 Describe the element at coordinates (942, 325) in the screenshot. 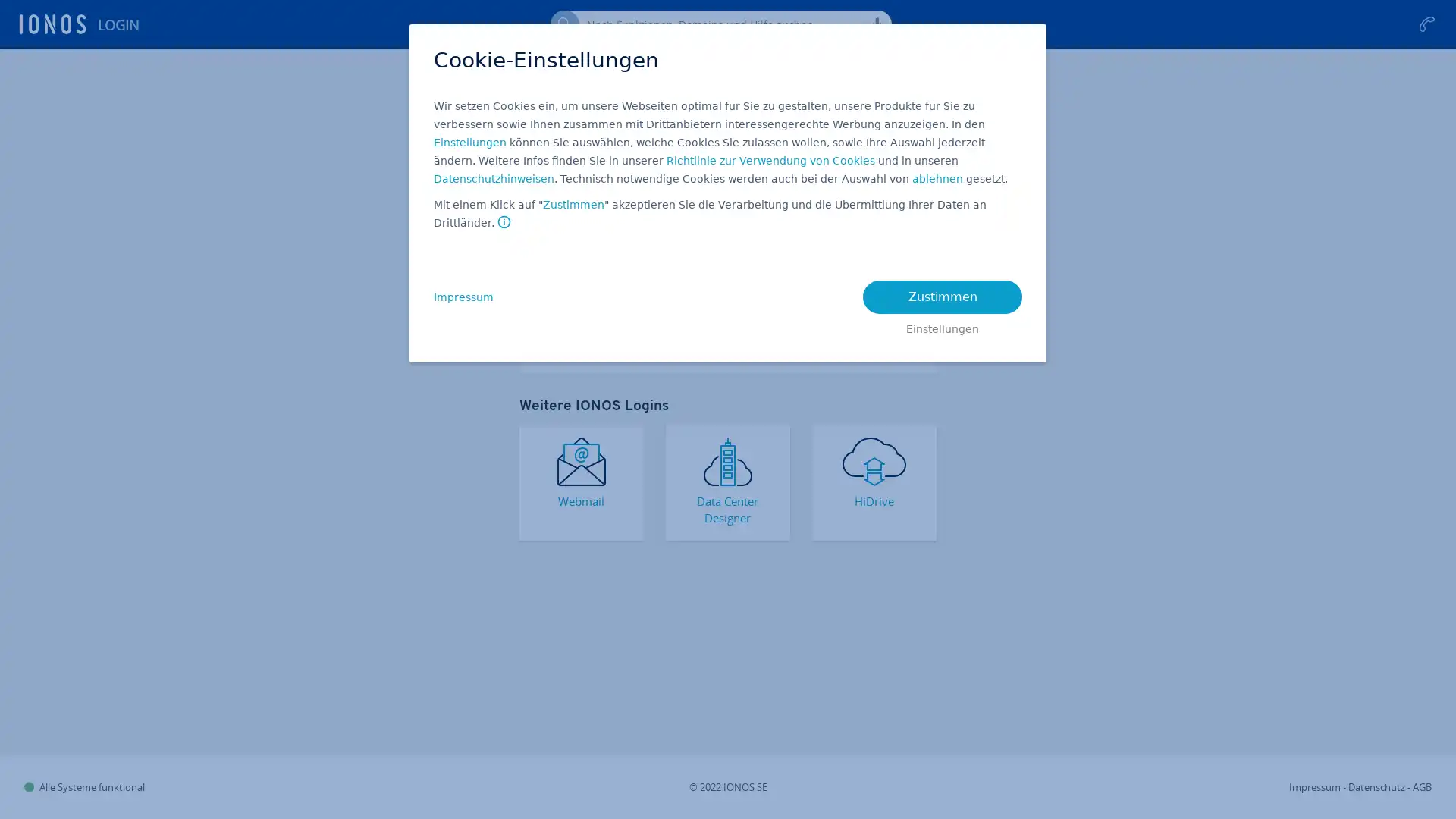

I see `Einstellungen` at that location.